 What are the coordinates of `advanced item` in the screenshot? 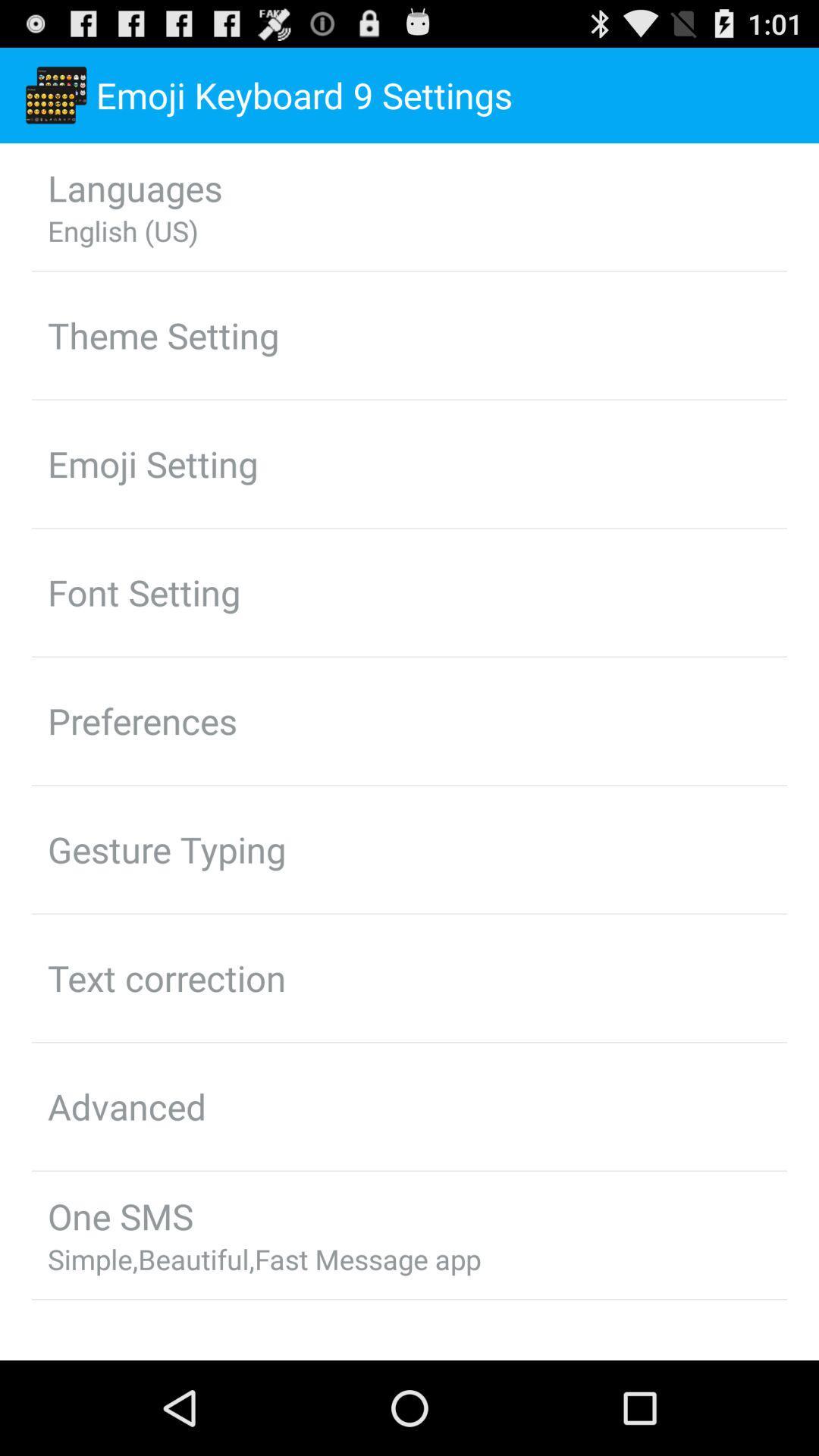 It's located at (126, 1106).